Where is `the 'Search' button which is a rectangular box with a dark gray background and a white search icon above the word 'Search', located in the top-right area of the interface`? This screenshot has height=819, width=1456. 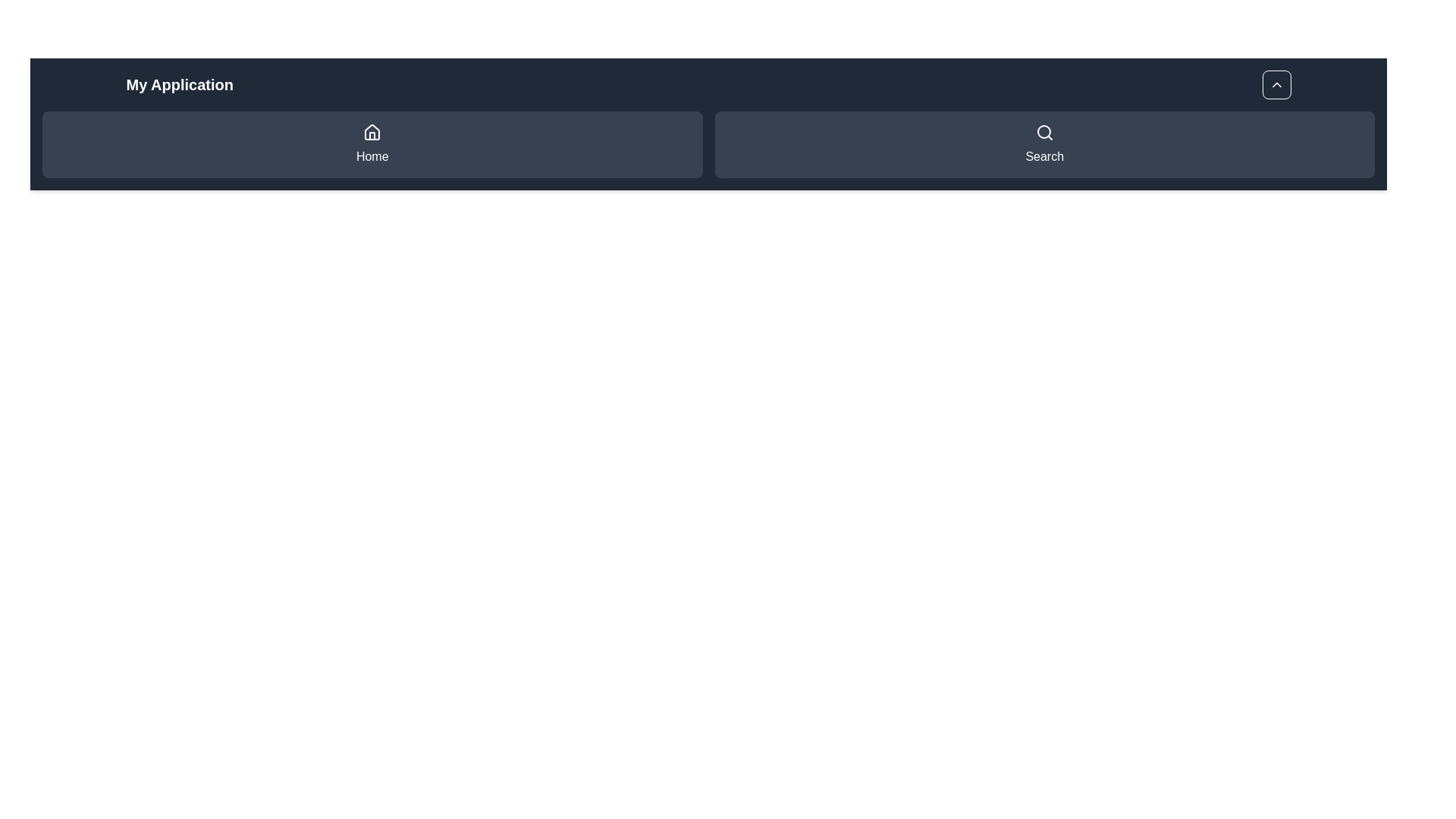 the 'Search' button which is a rectangular box with a dark gray background and a white search icon above the word 'Search', located in the top-right area of the interface is located at coordinates (1043, 145).